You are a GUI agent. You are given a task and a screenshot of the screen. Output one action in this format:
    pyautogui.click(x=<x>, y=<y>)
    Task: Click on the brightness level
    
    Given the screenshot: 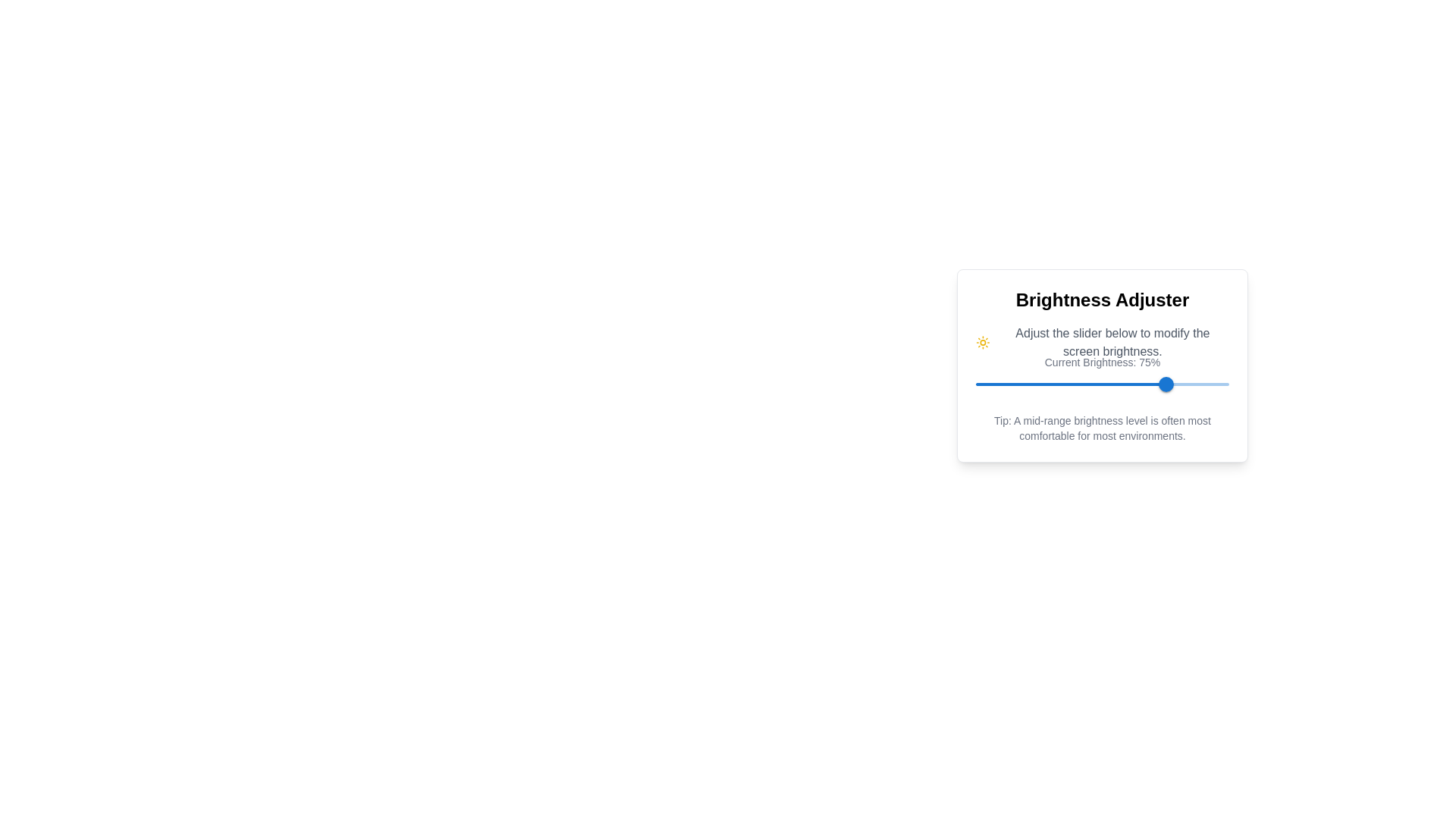 What is the action you would take?
    pyautogui.click(x=1115, y=383)
    